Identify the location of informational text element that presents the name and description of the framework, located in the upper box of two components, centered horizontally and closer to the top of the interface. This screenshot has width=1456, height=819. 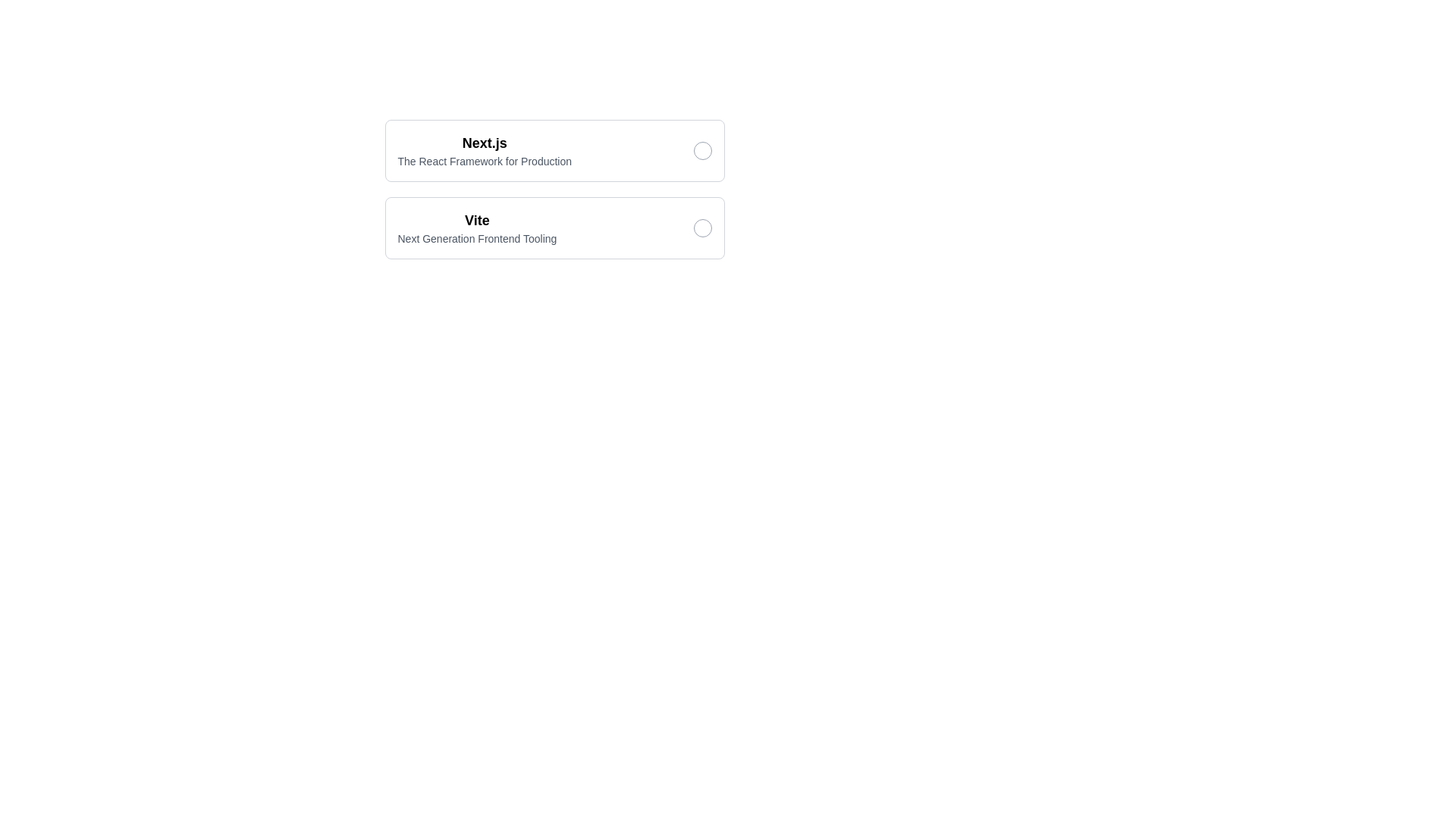
(484, 151).